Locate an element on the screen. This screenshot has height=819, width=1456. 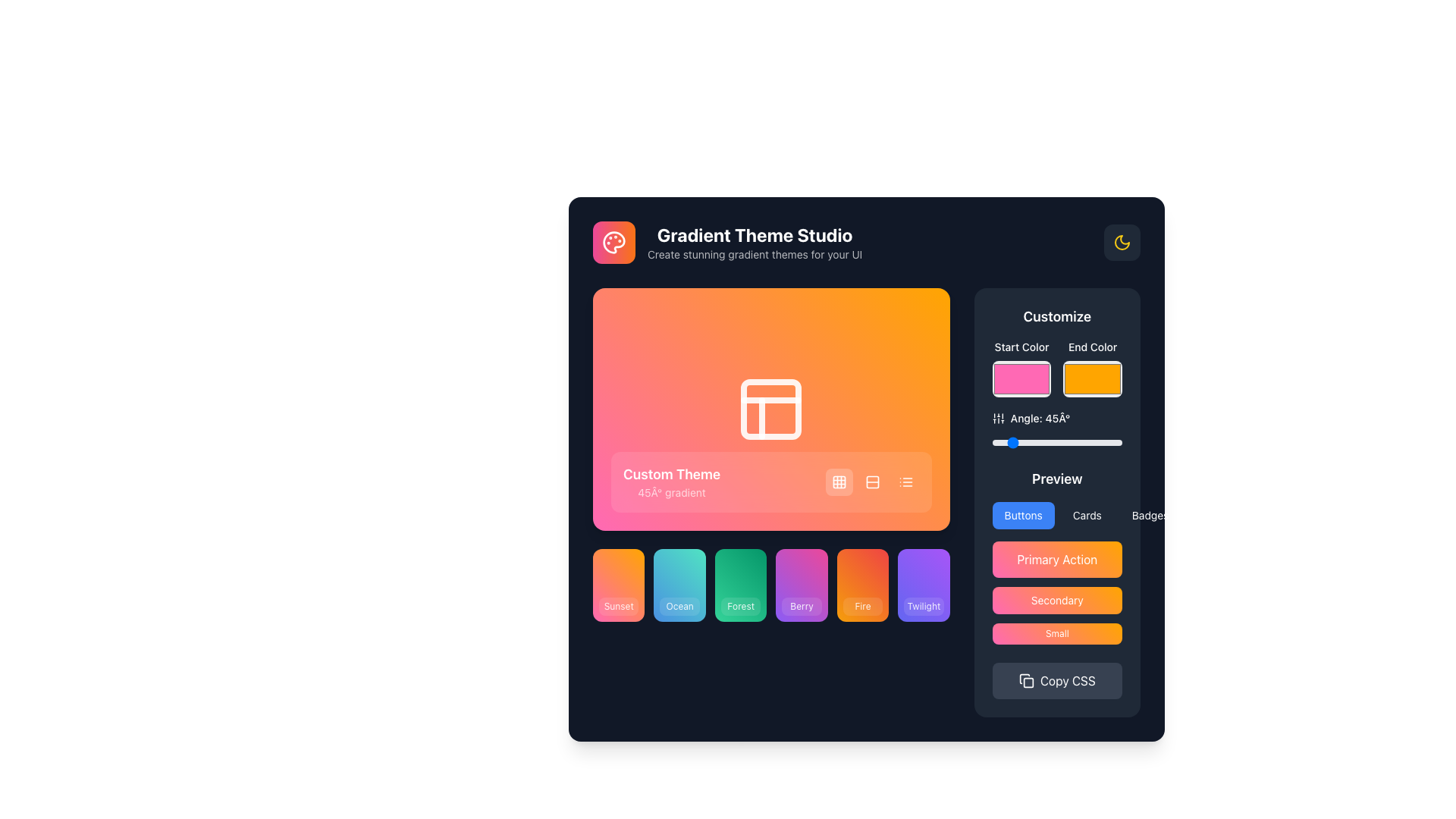
the 'Copy CSS' button located at the bottom of the 'Customize' section is located at coordinates (1056, 680).